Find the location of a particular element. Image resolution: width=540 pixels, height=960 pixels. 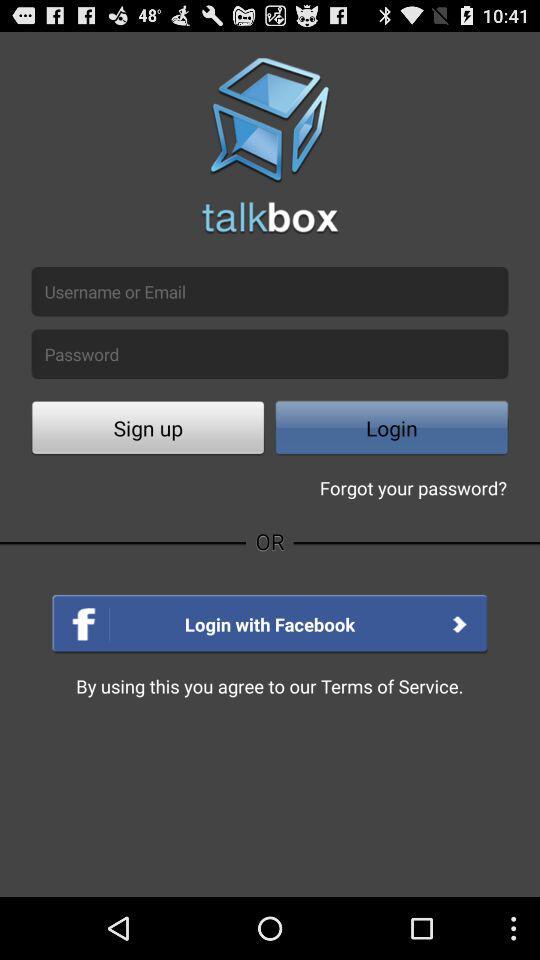

the sign up icon is located at coordinates (147, 430).